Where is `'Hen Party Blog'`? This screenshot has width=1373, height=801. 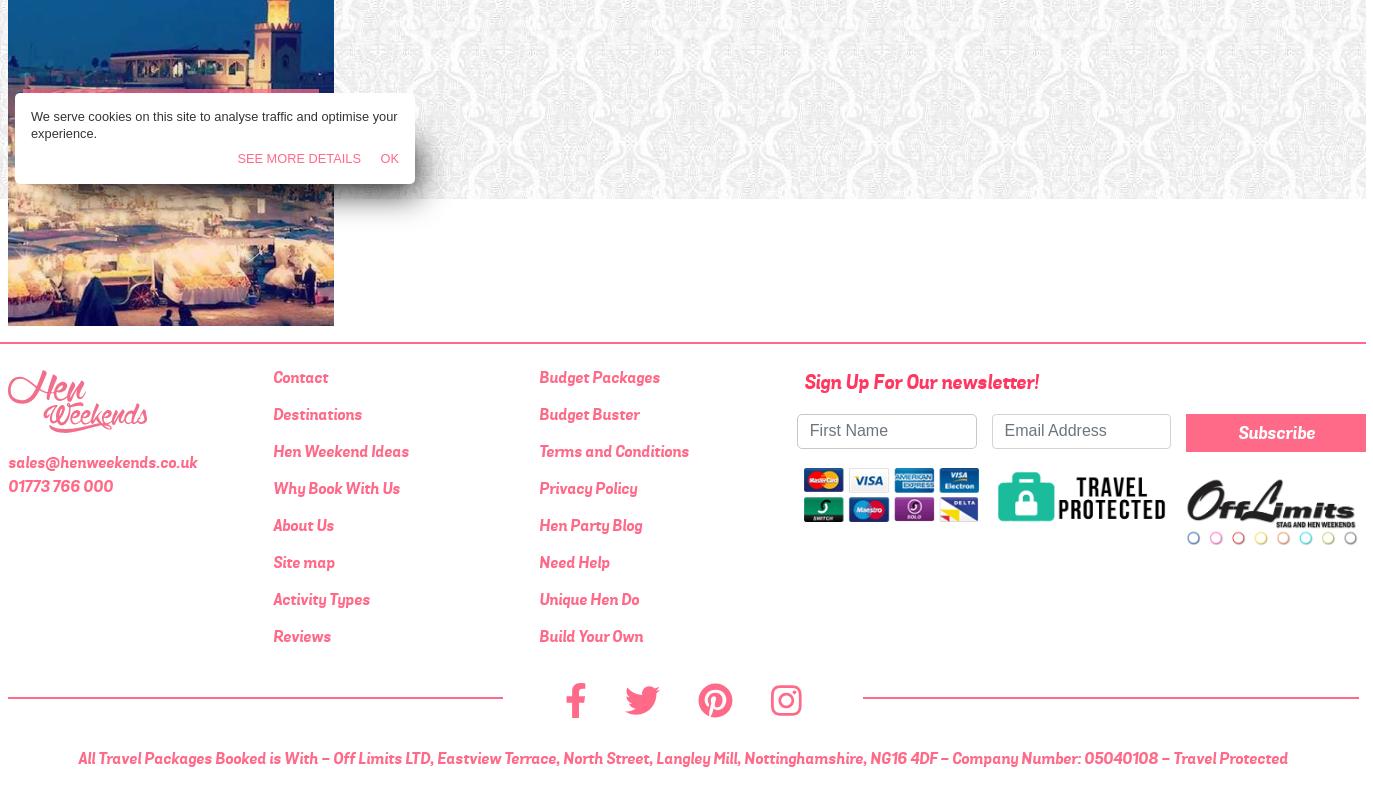
'Hen Party Blog' is located at coordinates (536, 524).